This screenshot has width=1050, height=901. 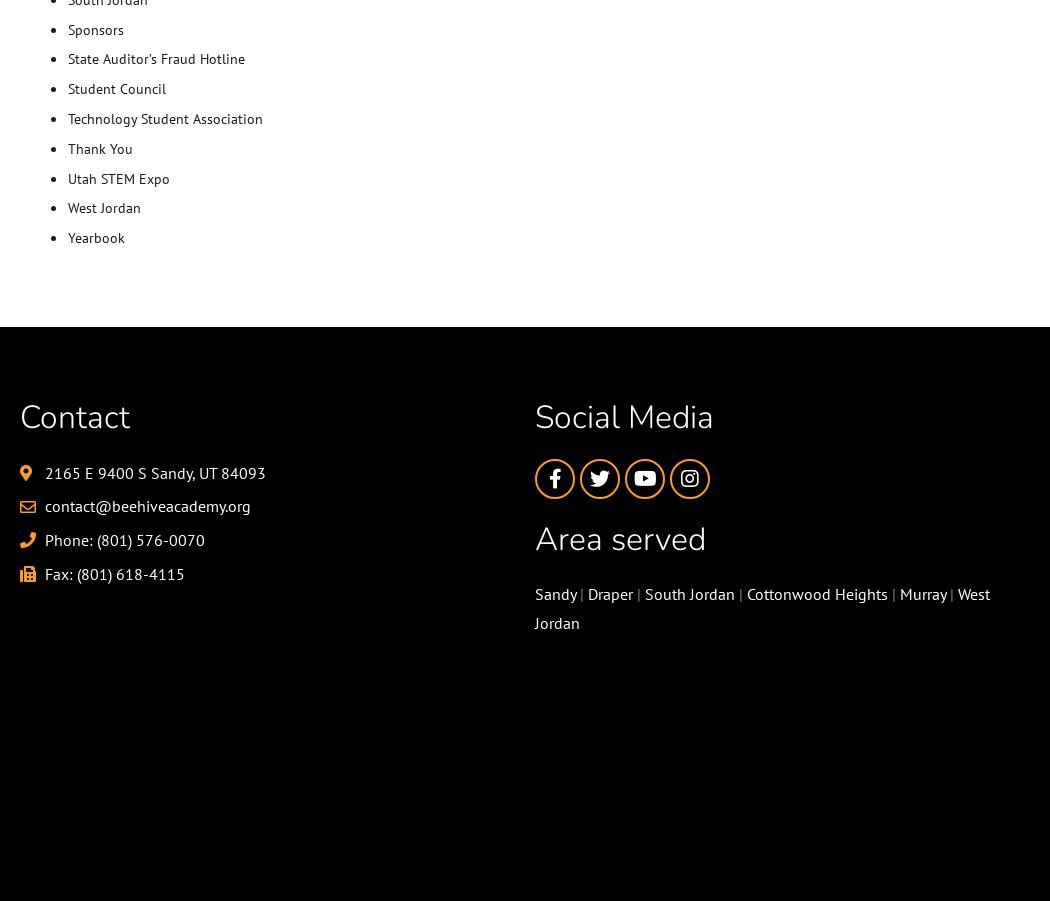 I want to click on 'Contact', so click(x=73, y=415).